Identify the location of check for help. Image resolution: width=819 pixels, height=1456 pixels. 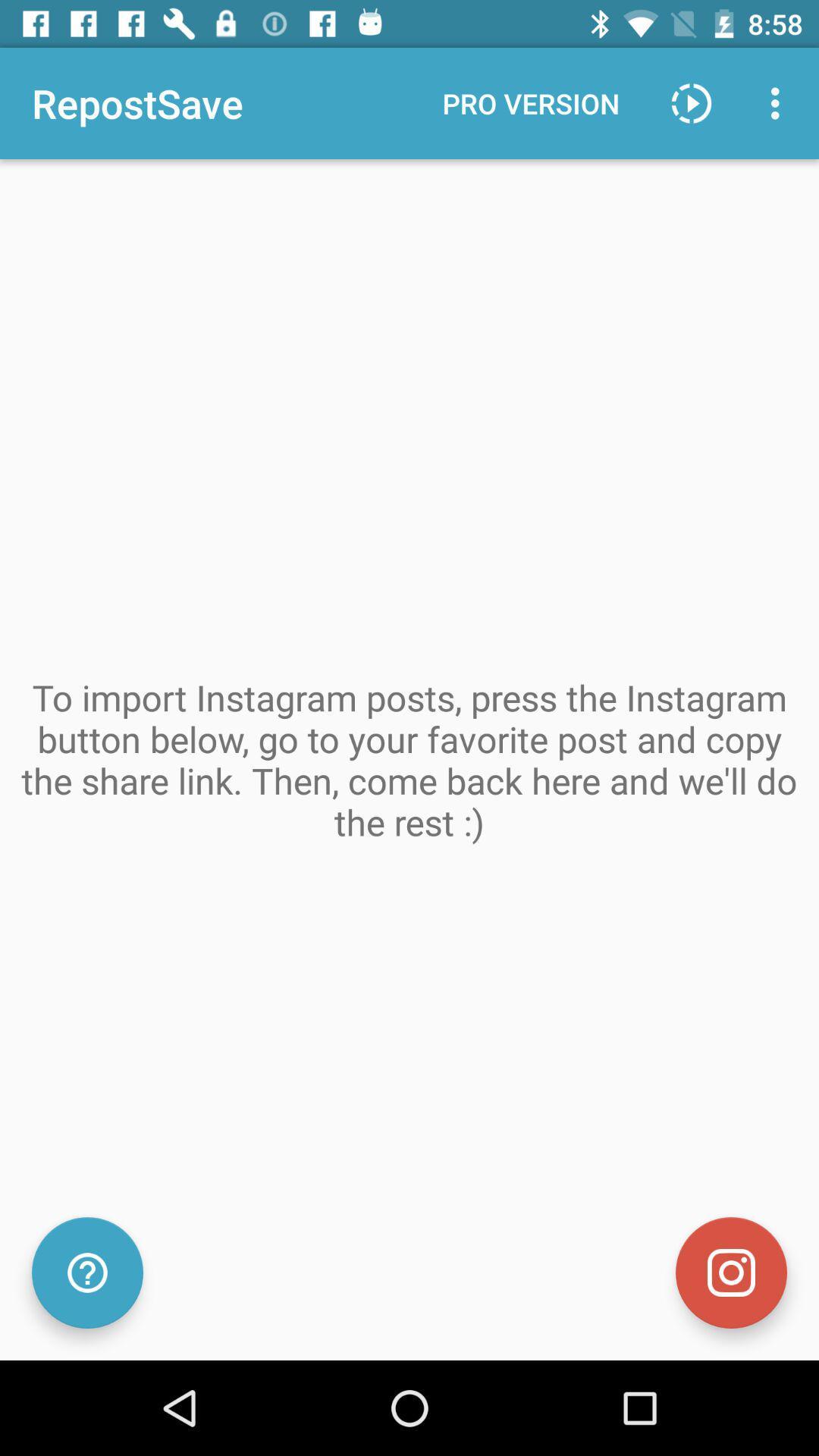
(87, 1272).